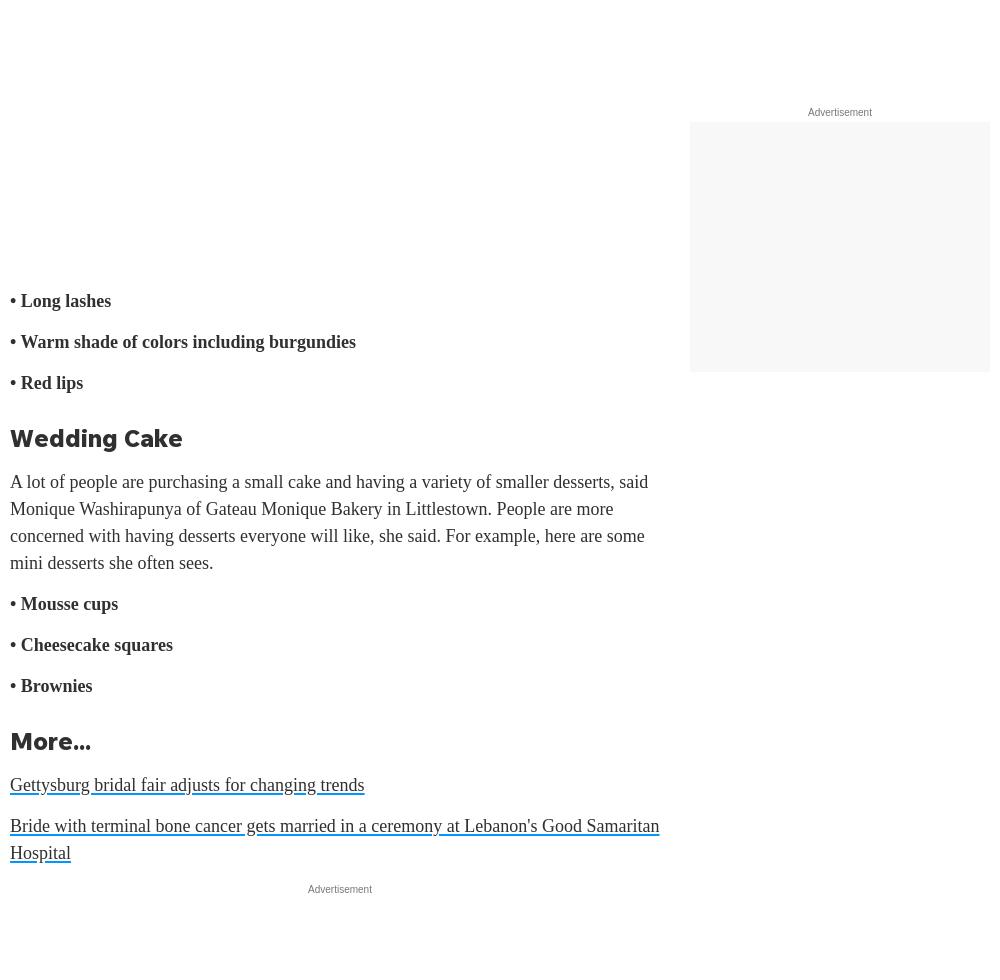  Describe the element at coordinates (95, 437) in the screenshot. I see `'Wedding Cake'` at that location.